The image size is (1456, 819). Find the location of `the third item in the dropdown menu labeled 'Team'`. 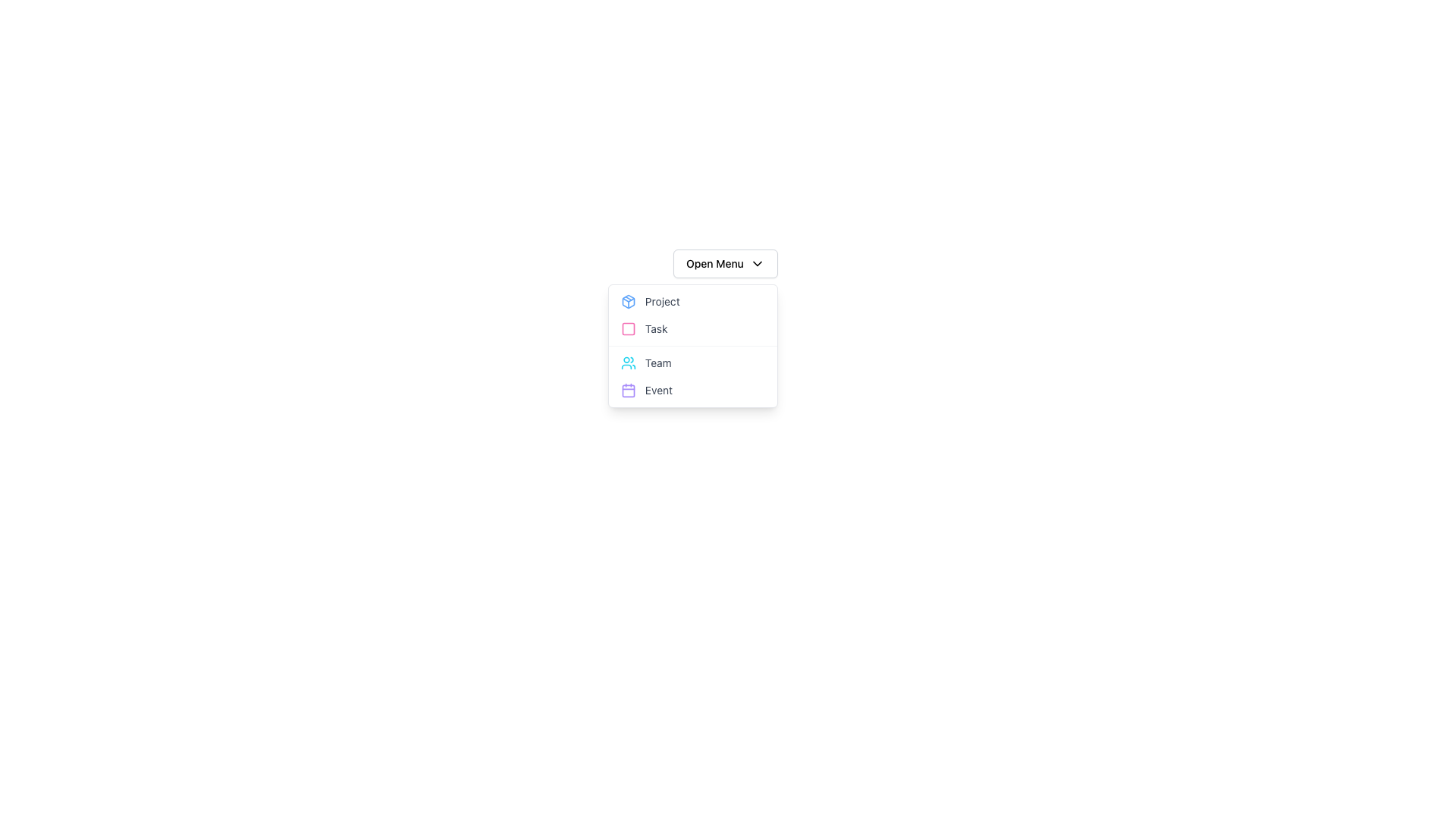

the third item in the dropdown menu labeled 'Team' is located at coordinates (692, 362).